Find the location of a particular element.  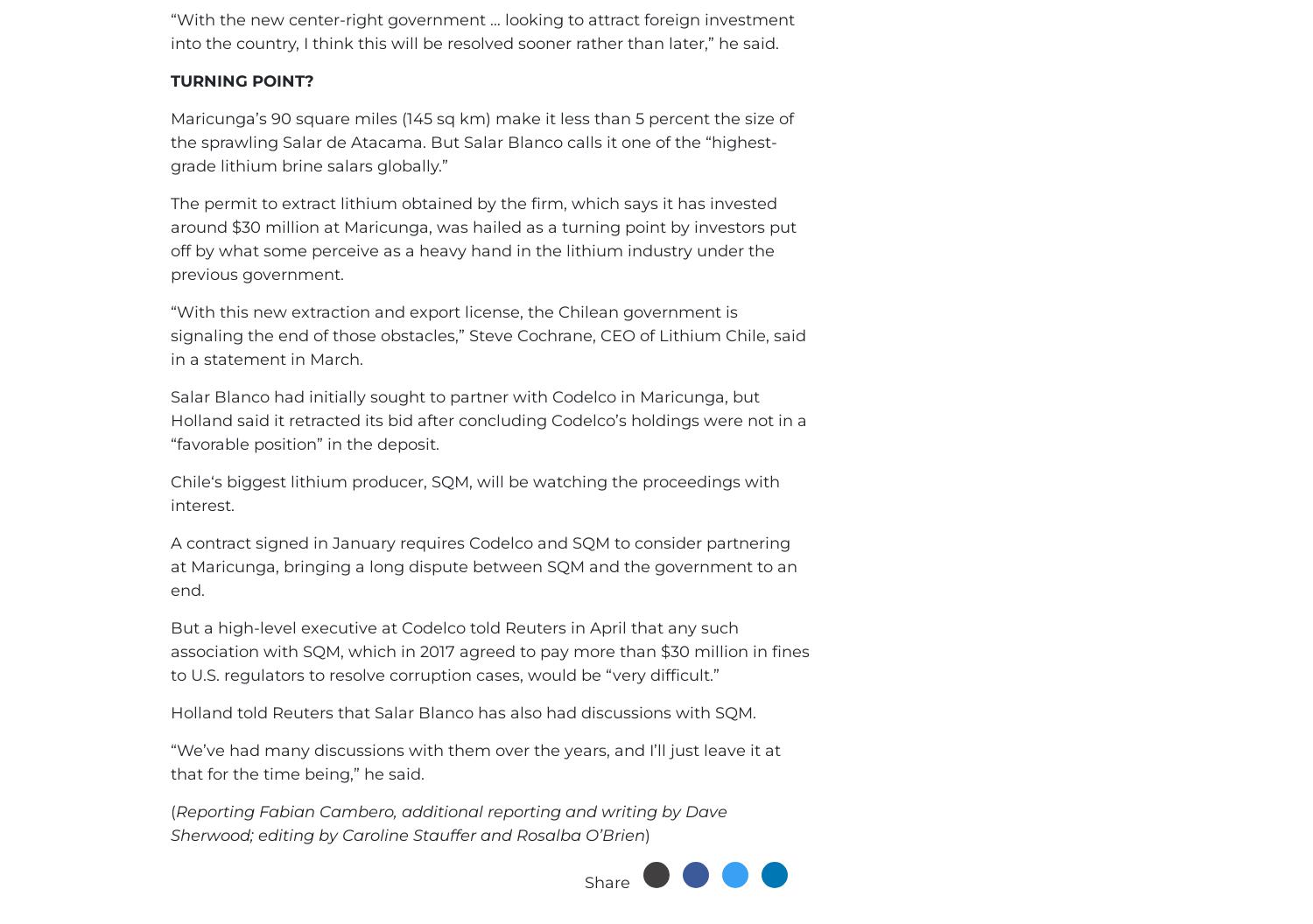

'Holland told Reuters that Salar Blanco has also had discussions with SQM.' is located at coordinates (463, 713).